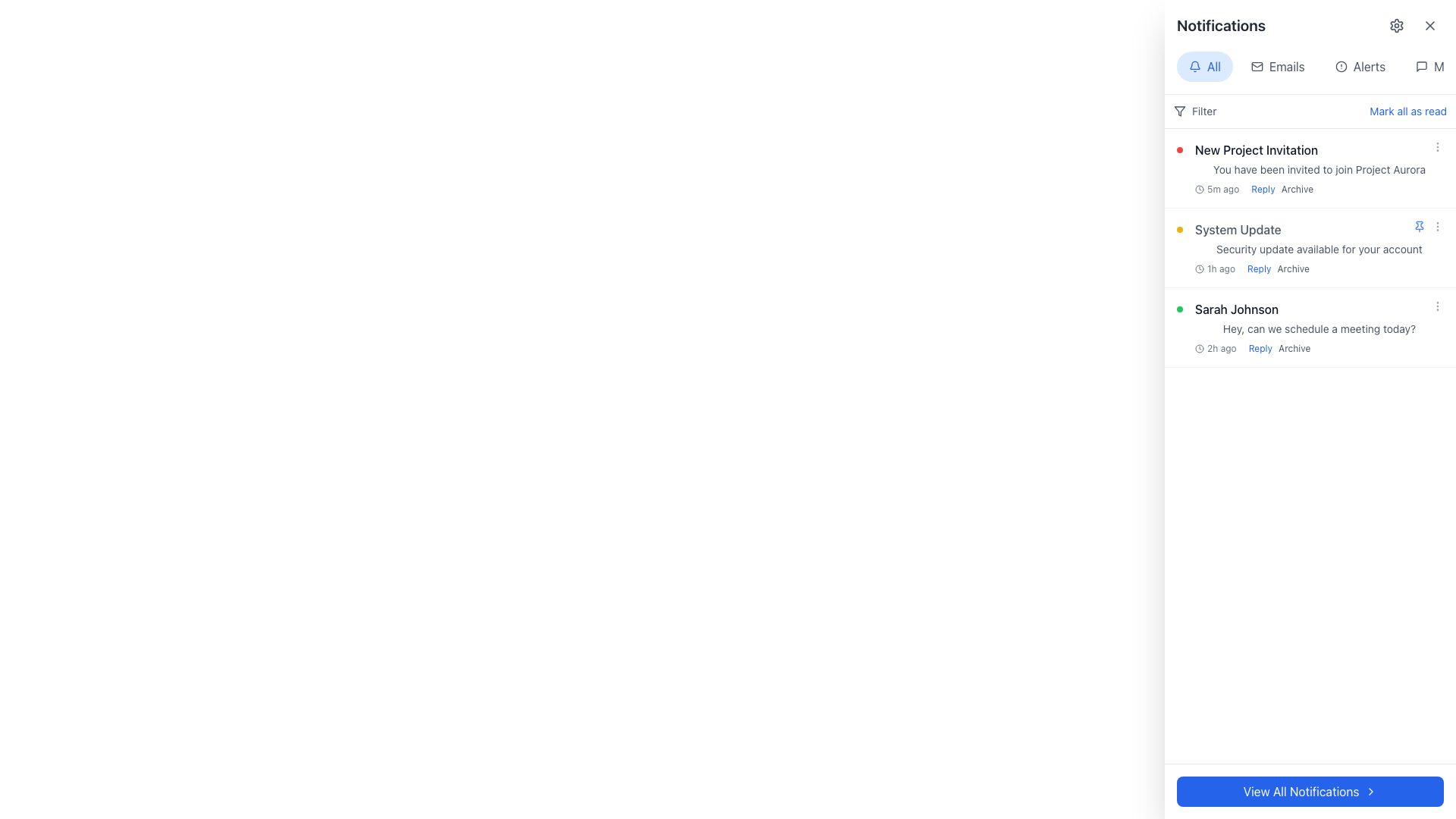  Describe the element at coordinates (1279, 348) in the screenshot. I see `the 'Archive' link within the interactive options group of the notification for 'Sarah Johnson'` at that location.